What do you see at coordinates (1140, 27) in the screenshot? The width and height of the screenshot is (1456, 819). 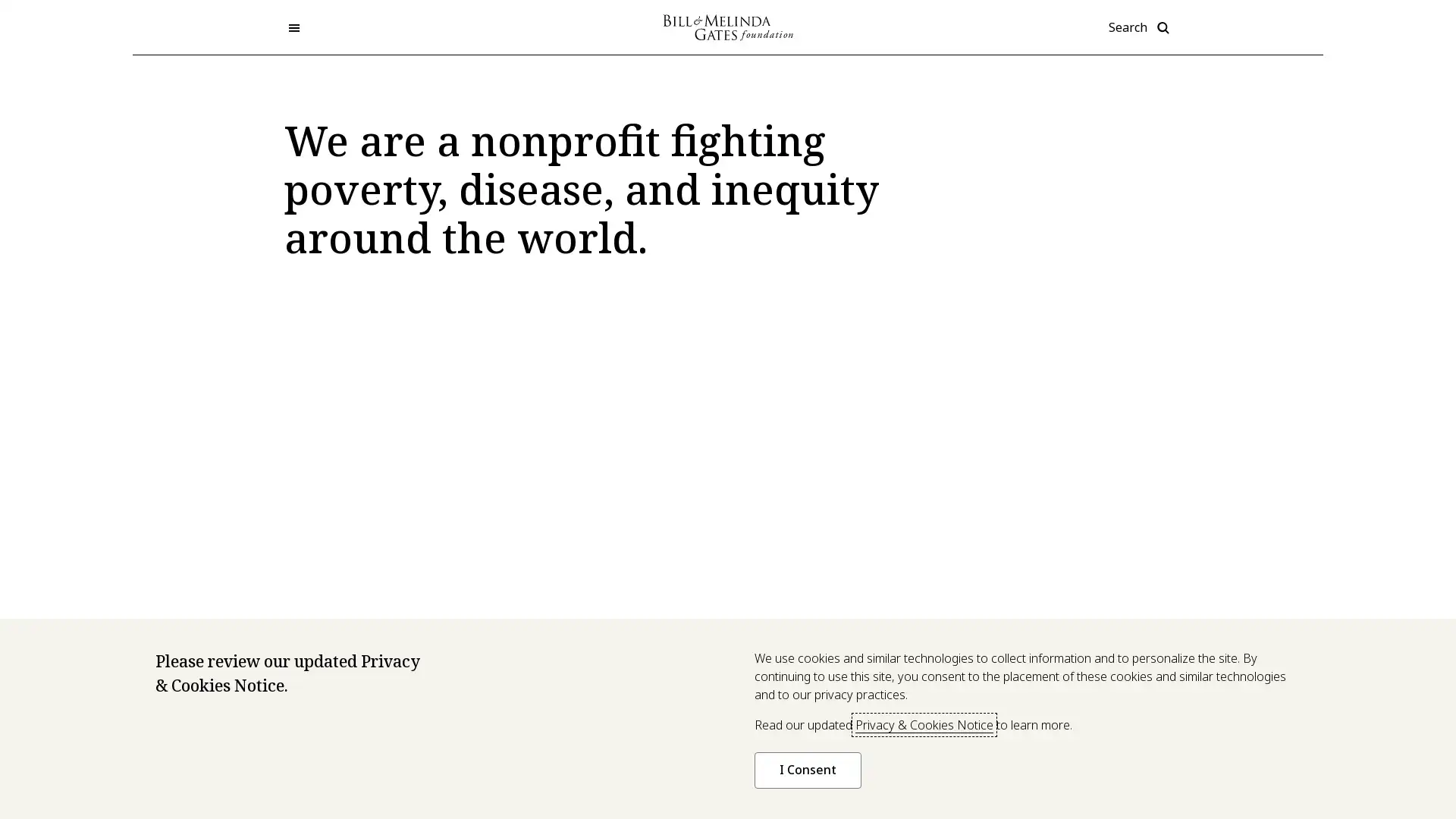 I see `show search input` at bounding box center [1140, 27].